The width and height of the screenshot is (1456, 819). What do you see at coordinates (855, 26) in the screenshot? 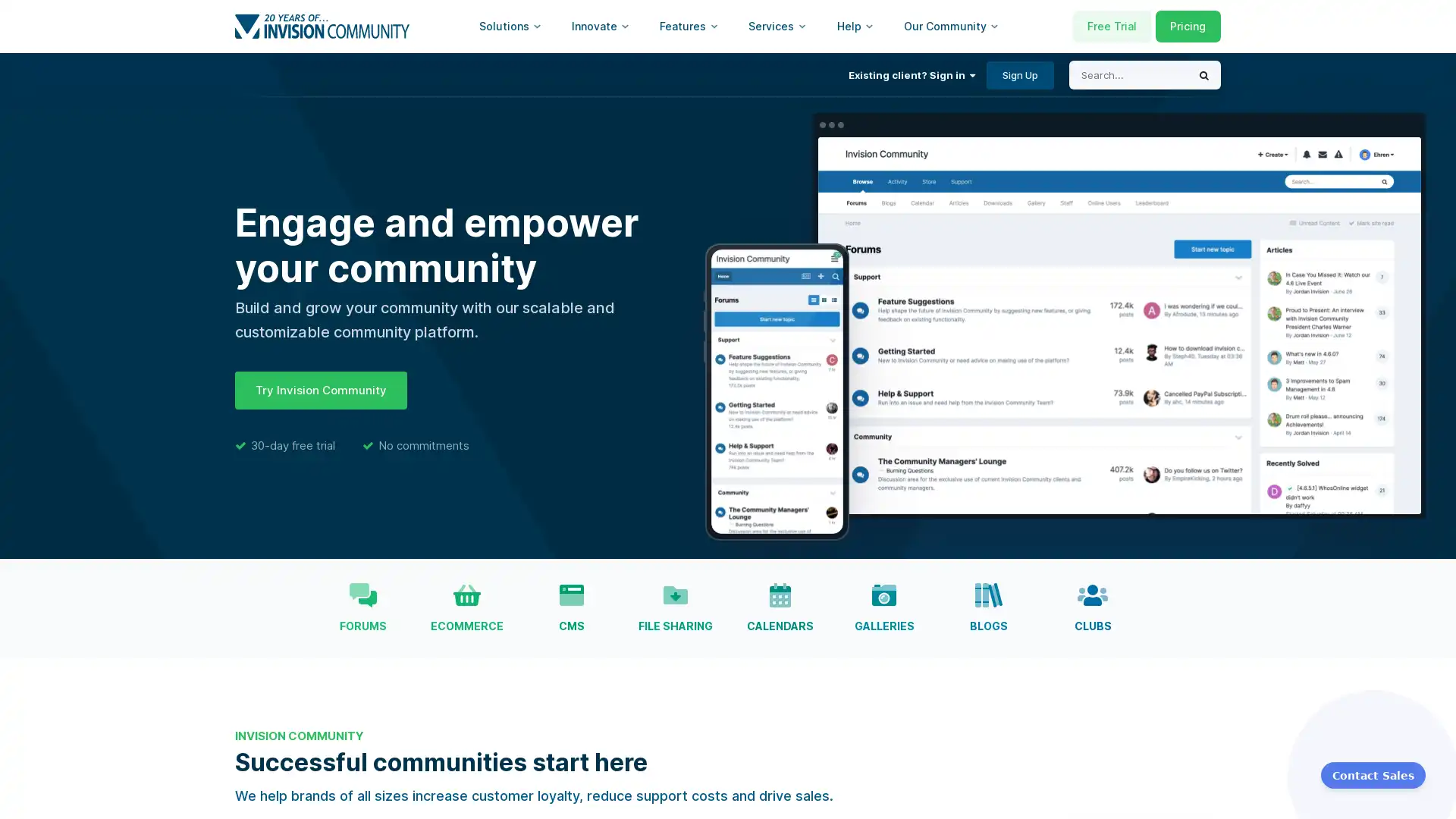
I see `Help` at bounding box center [855, 26].